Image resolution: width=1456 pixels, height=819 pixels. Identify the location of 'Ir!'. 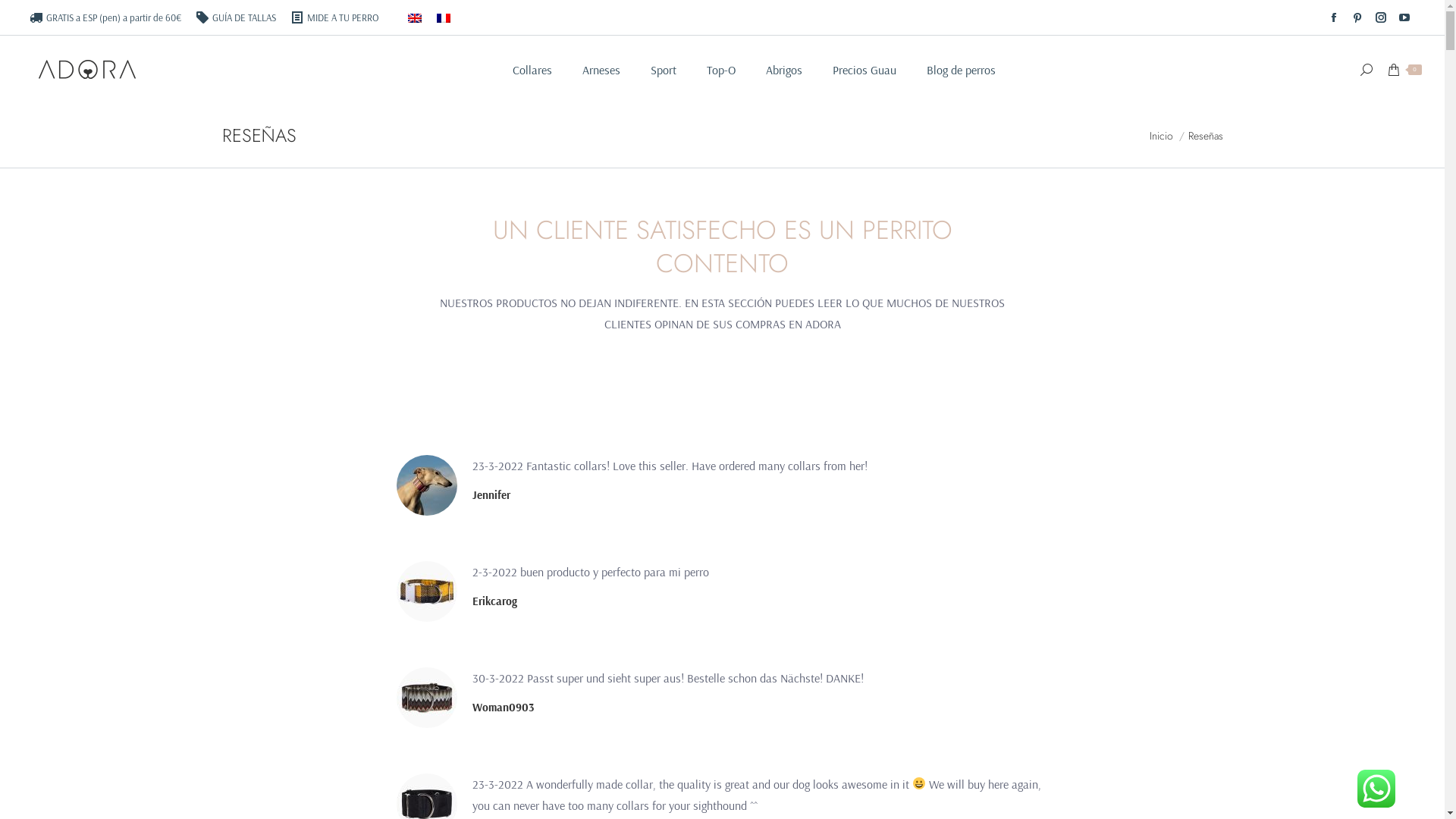
(19, 17).